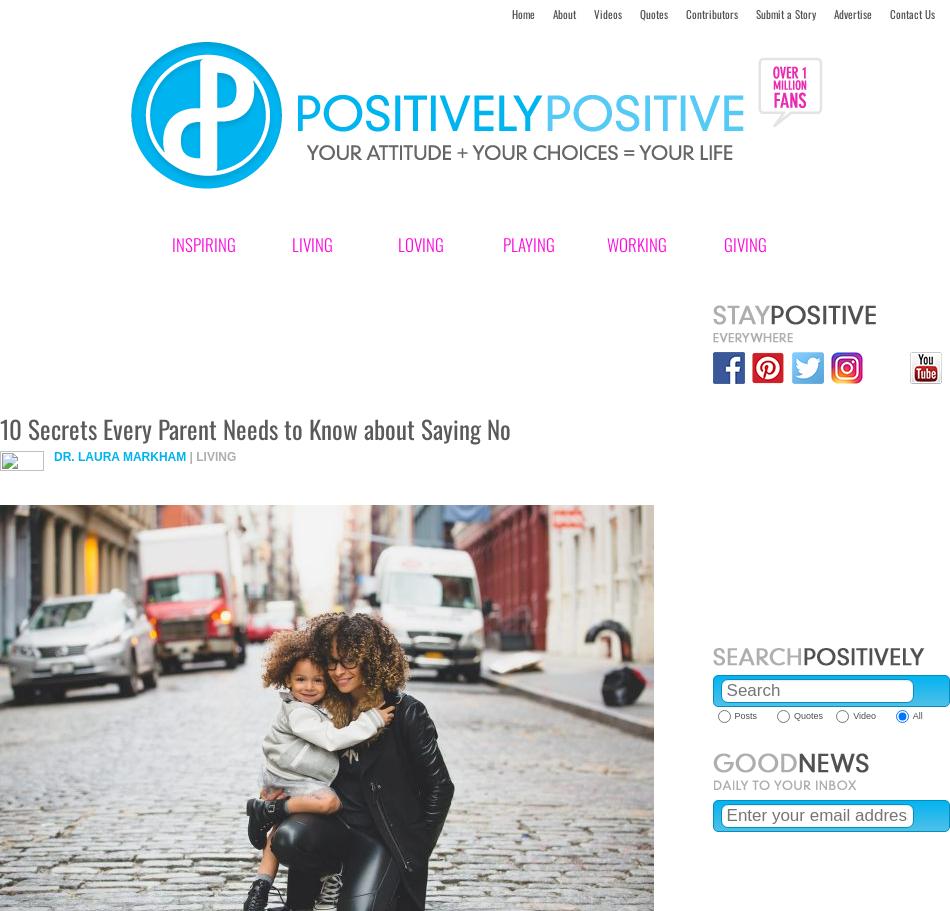 The width and height of the screenshot is (950, 911). I want to click on 'All', so click(911, 715).